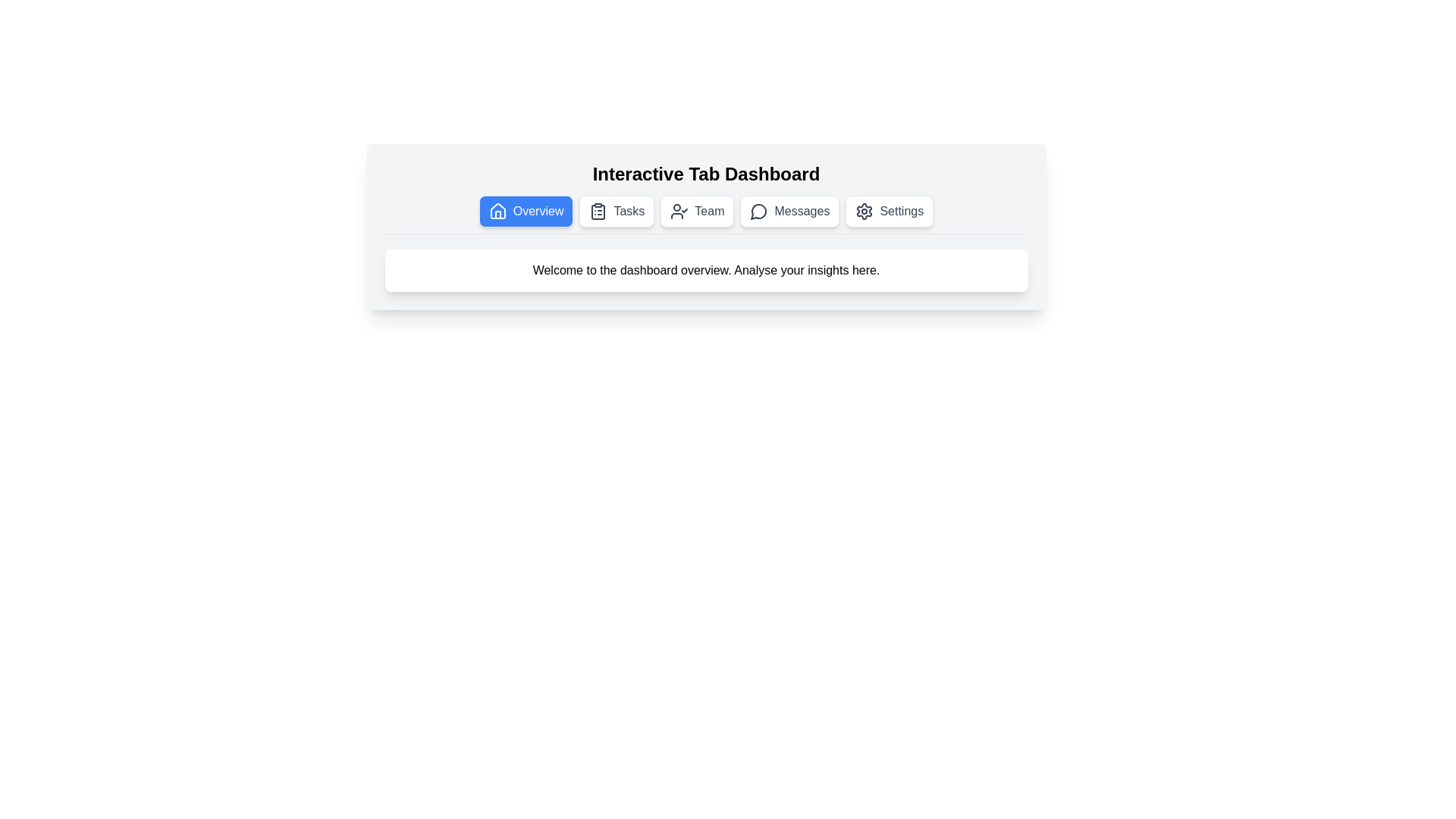 The image size is (1456, 819). Describe the element at coordinates (759, 211) in the screenshot. I see `the circular message bubble icon located to the left of the 'Messages' tab in the main navigation bar` at that location.